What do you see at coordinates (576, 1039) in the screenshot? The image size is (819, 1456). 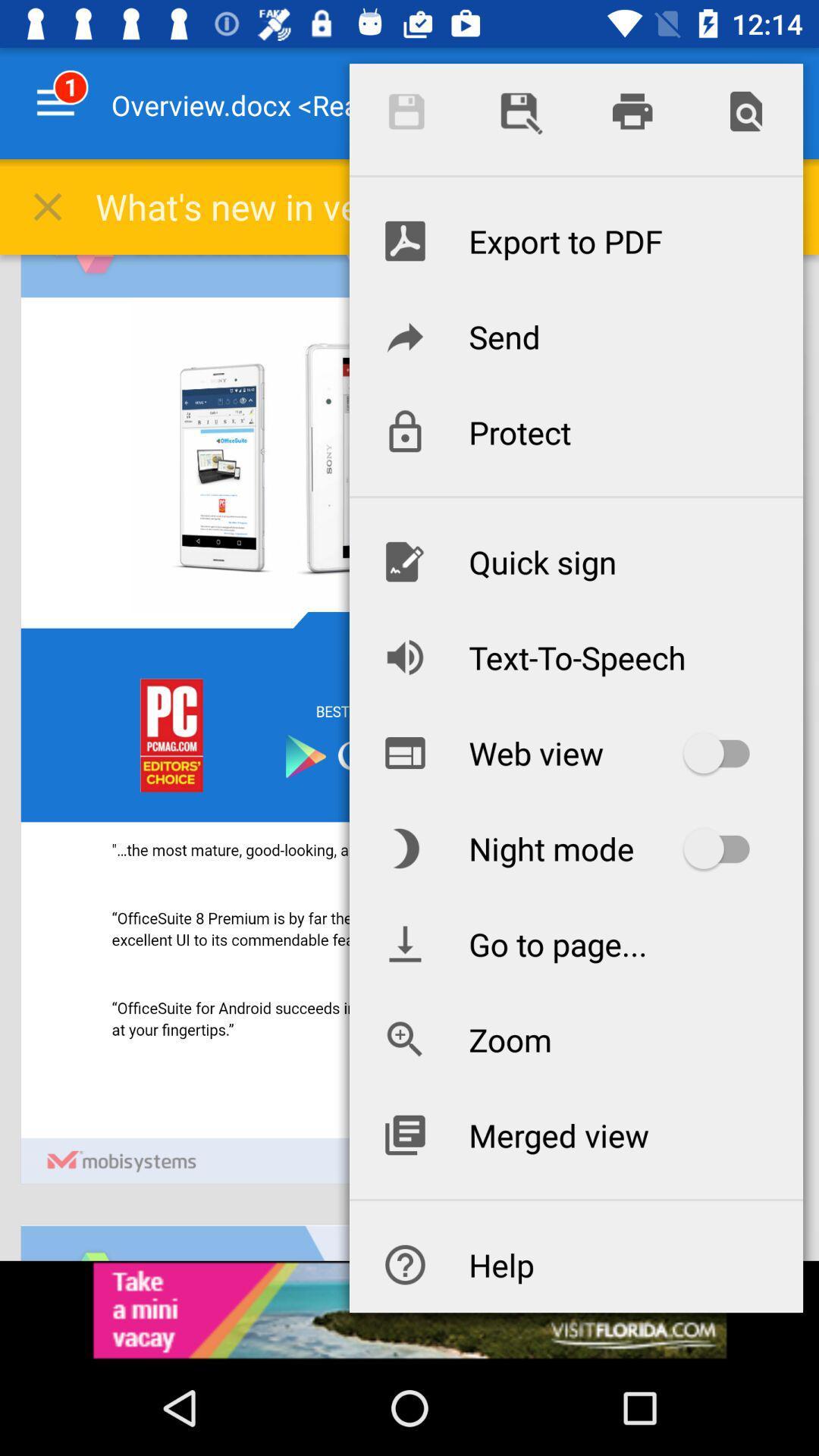 I see `icon above merged view item` at bounding box center [576, 1039].